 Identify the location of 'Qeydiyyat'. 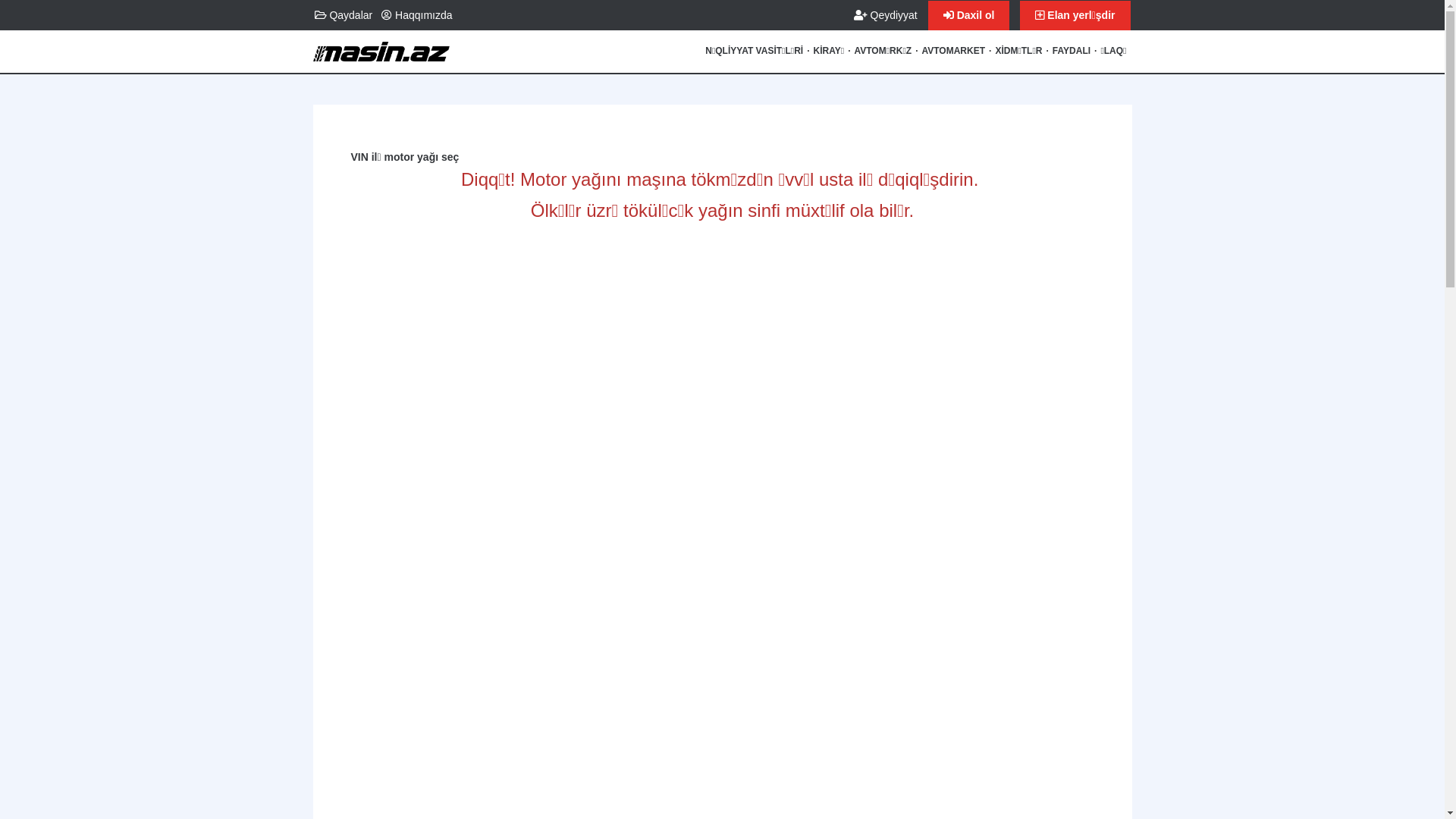
(885, 14).